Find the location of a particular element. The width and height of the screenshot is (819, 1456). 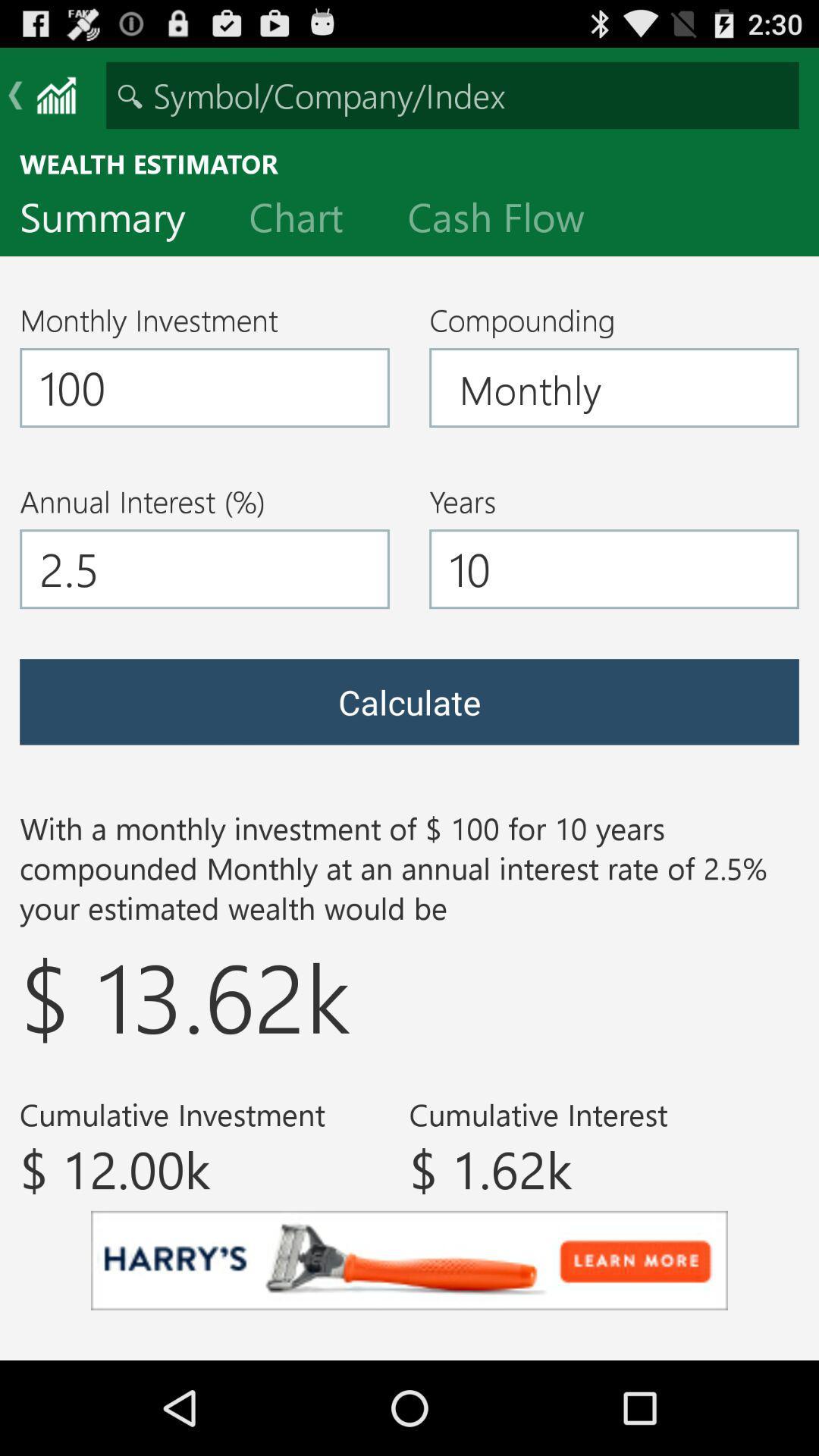

the chart icon is located at coordinates (307, 220).